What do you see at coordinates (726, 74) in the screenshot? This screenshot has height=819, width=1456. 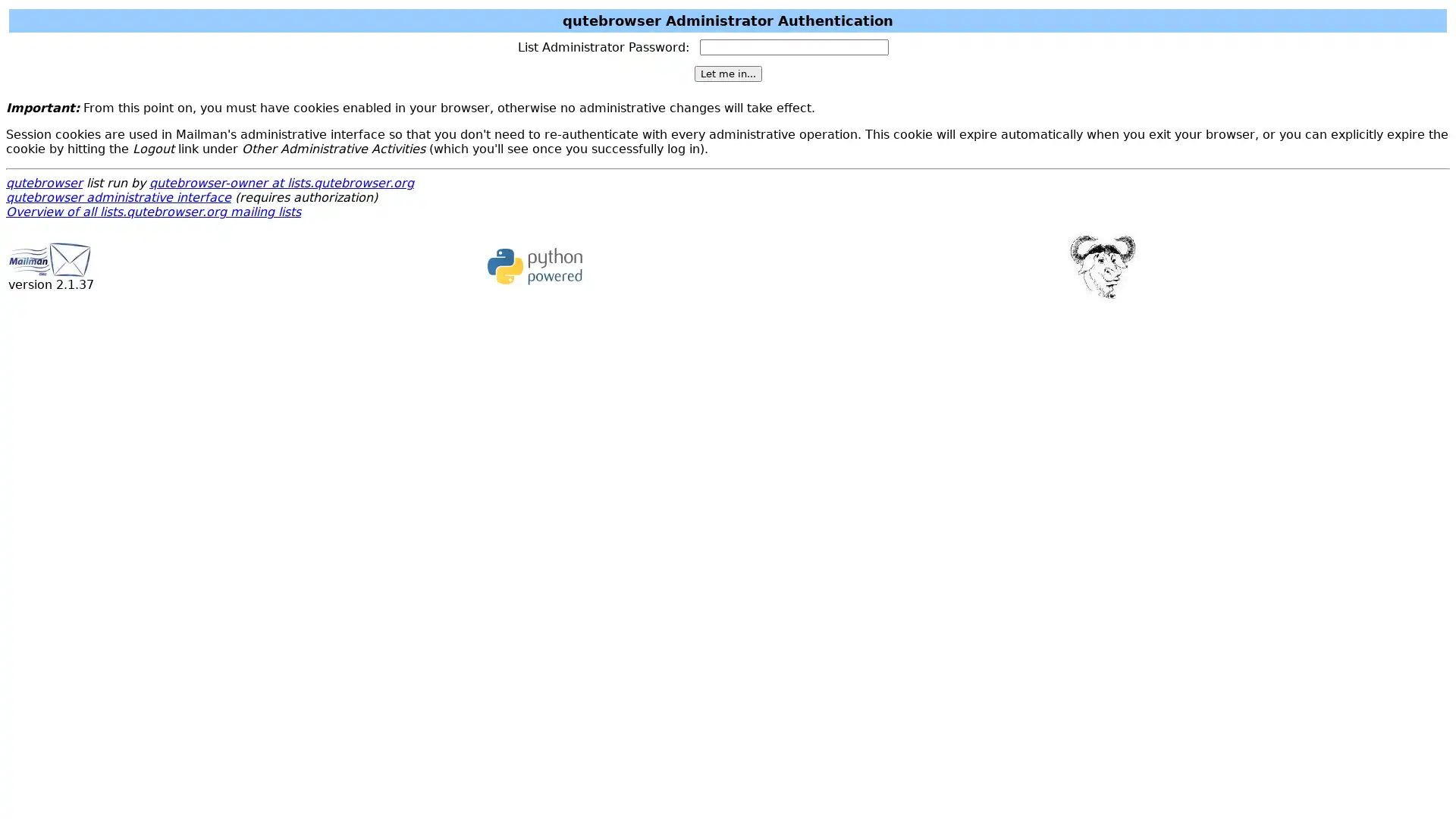 I see `Let me in...` at bounding box center [726, 74].